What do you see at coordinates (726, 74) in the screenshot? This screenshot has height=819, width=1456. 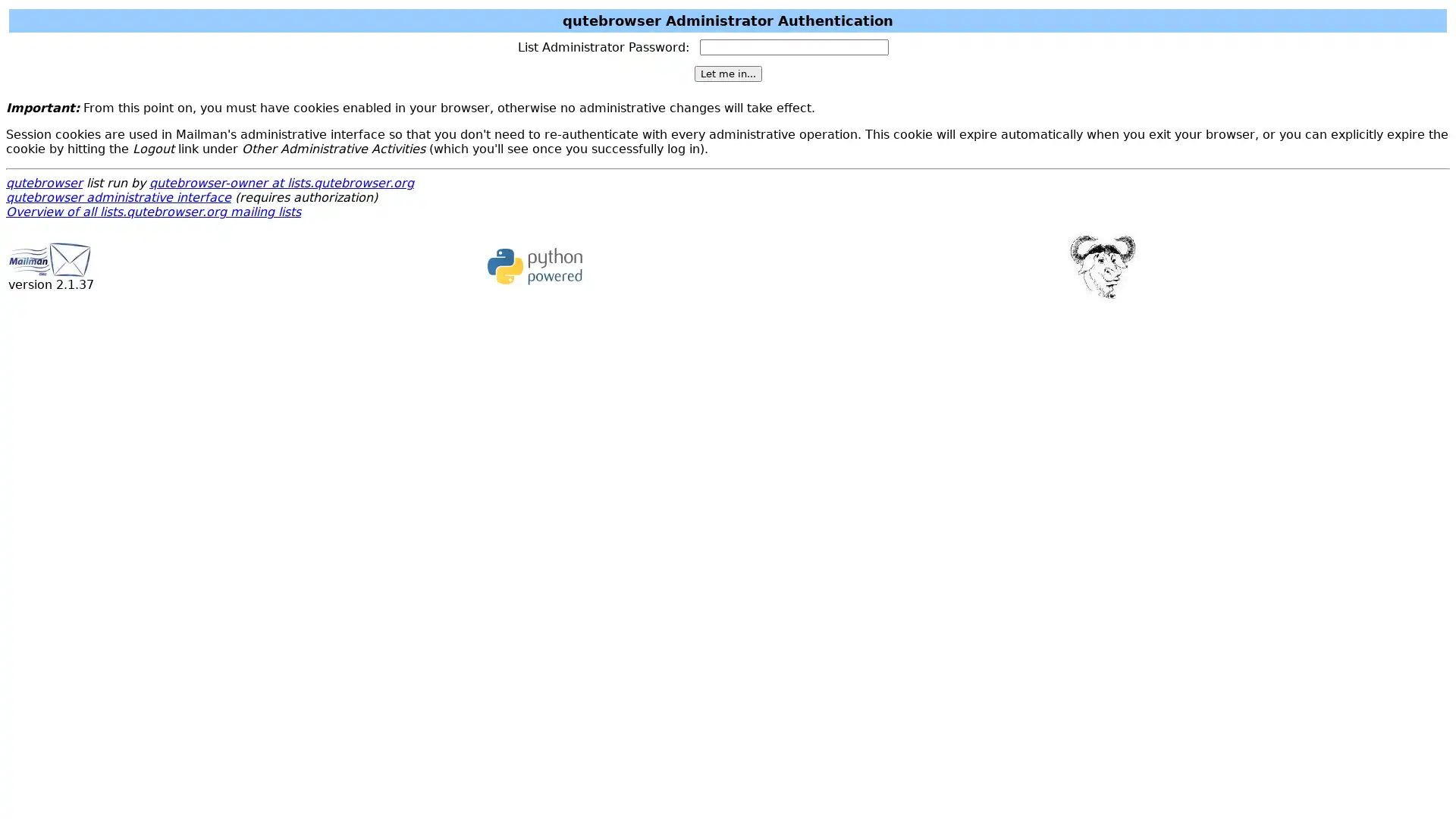 I see `Let me in...` at bounding box center [726, 74].